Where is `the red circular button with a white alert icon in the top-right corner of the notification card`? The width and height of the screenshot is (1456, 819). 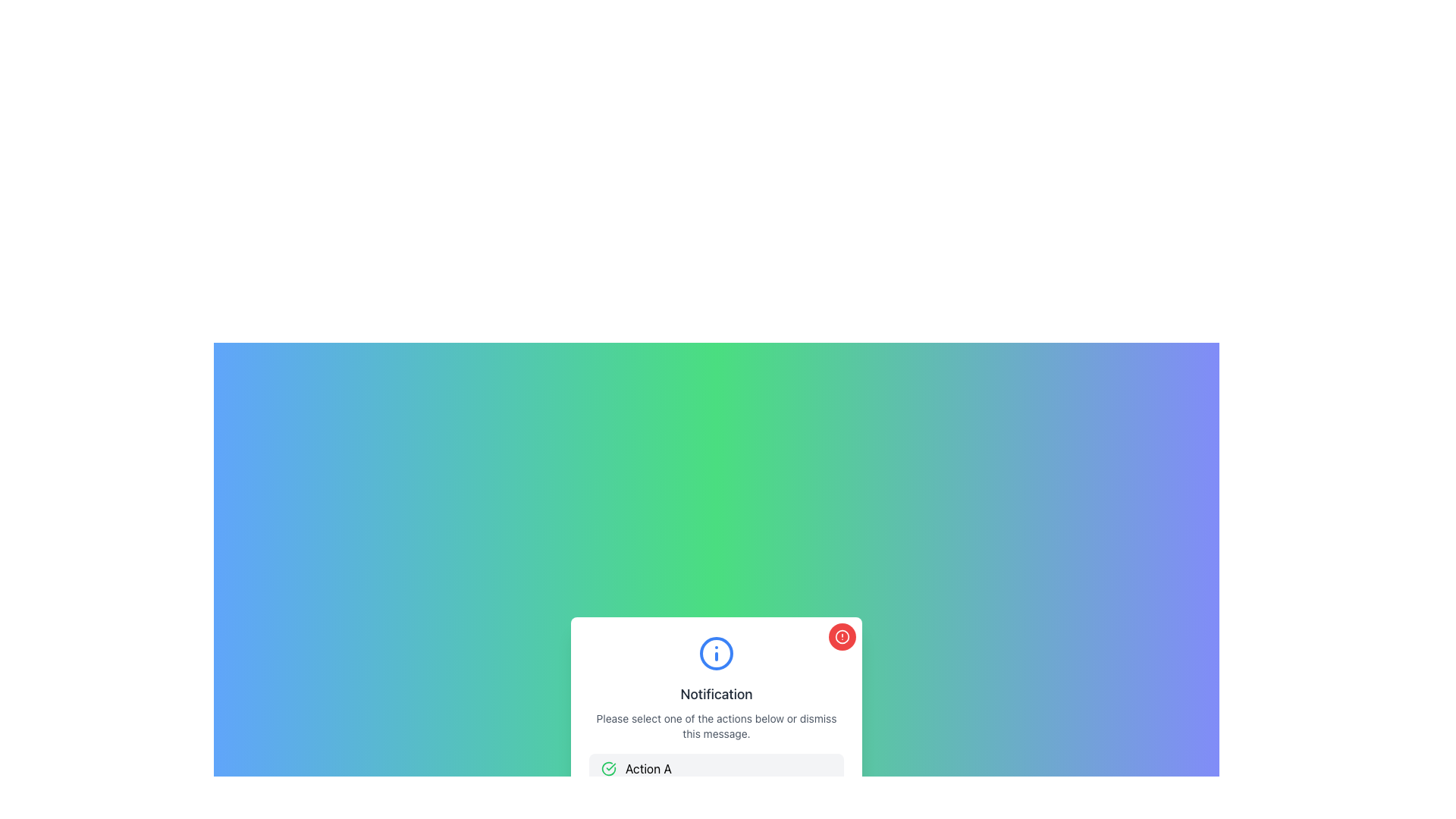 the red circular button with a white alert icon in the top-right corner of the notification card is located at coordinates (841, 637).